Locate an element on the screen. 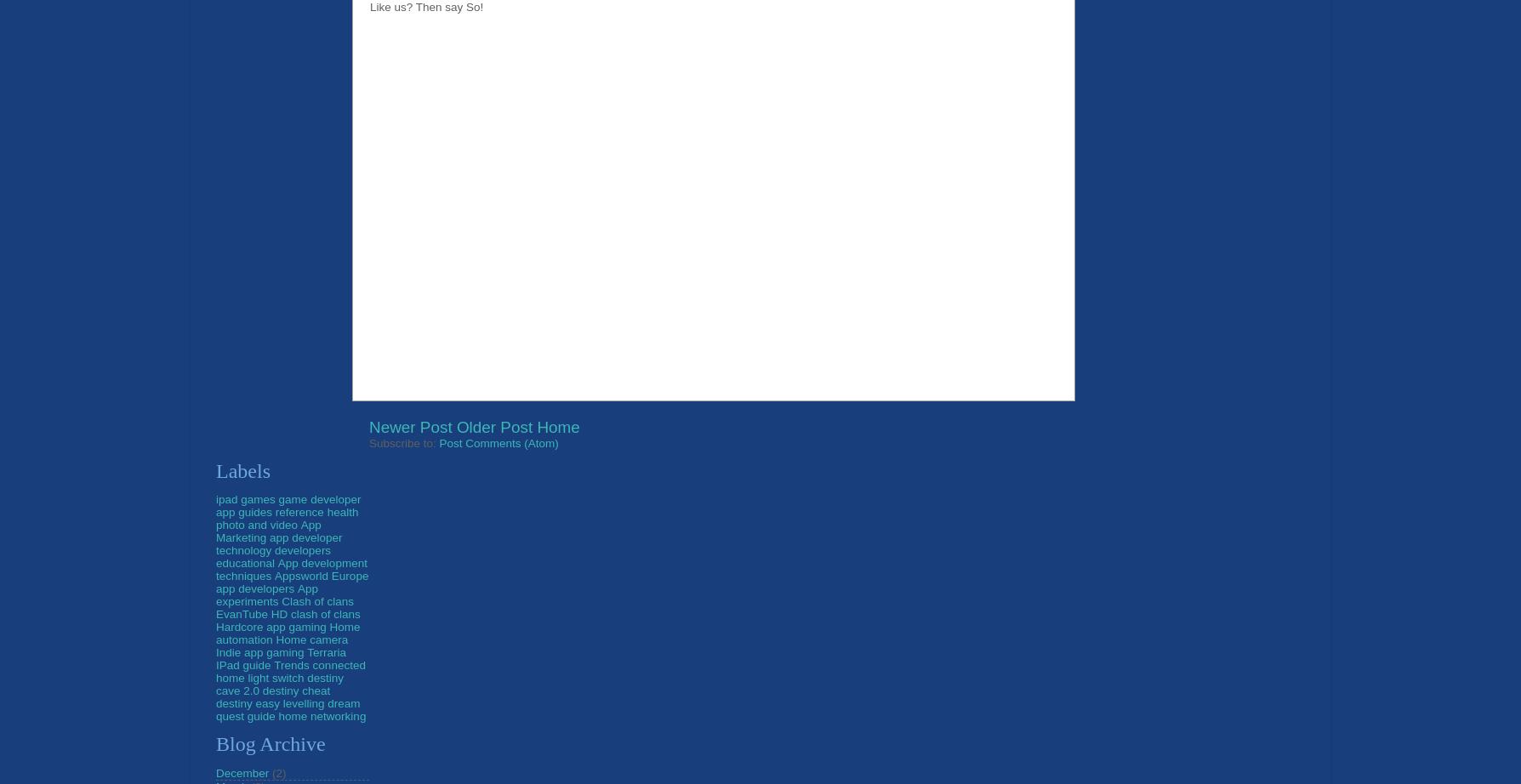 The height and width of the screenshot is (784, 1521). 'Indie app gaming' is located at coordinates (259, 650).